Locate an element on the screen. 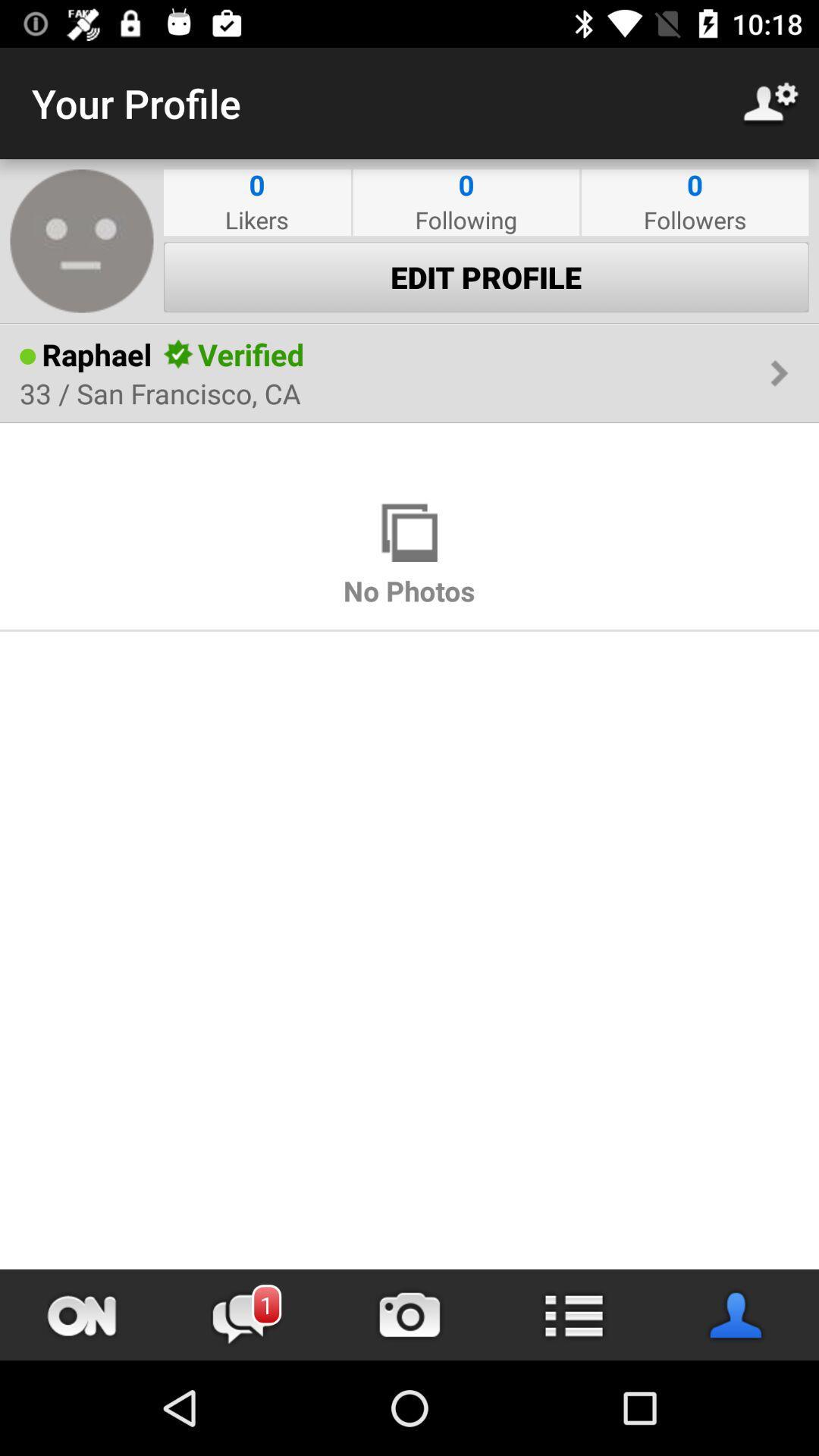 The height and width of the screenshot is (1456, 819). raphael is located at coordinates (96, 353).